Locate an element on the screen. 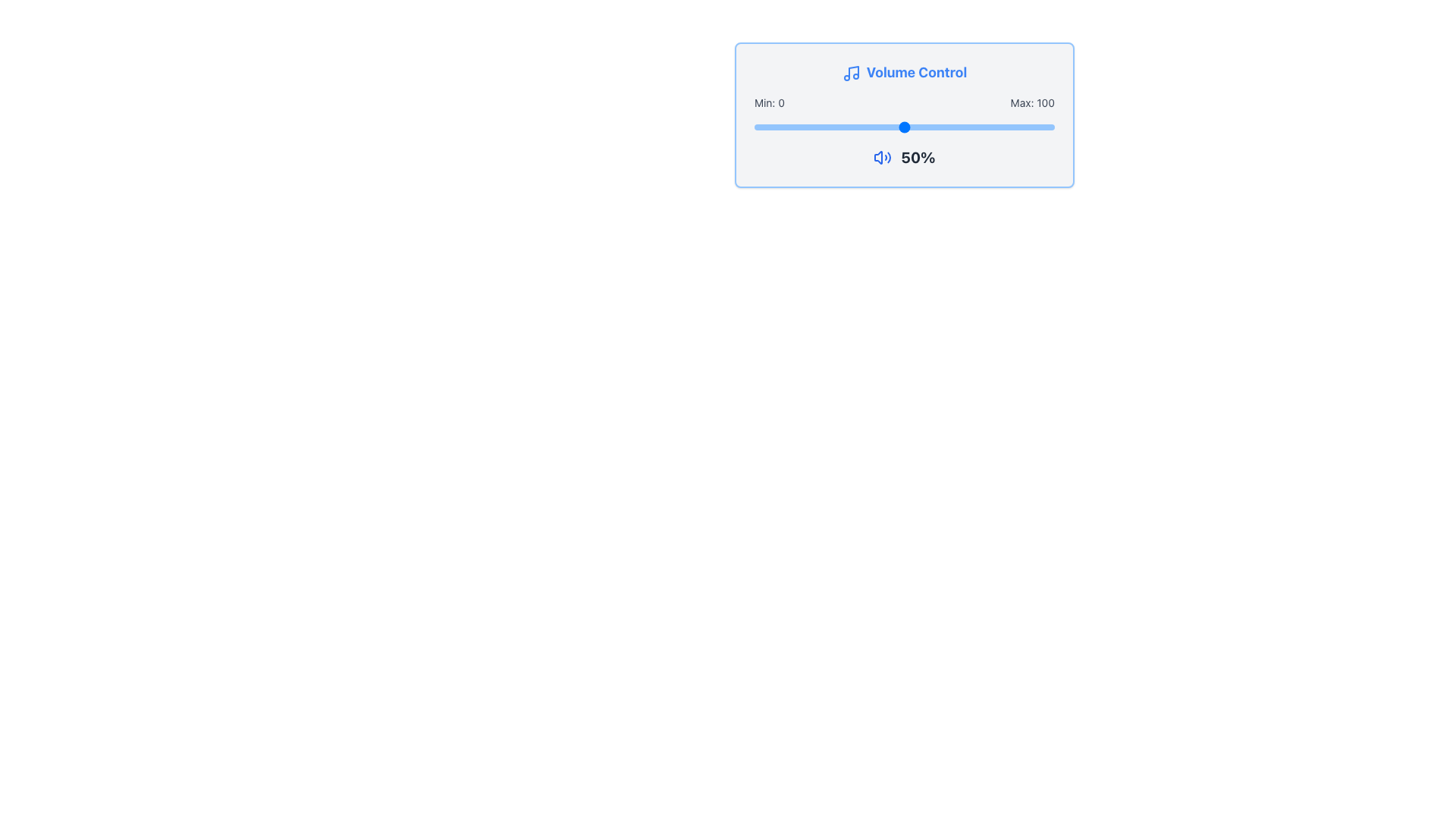 This screenshot has height=819, width=1456. the slider is located at coordinates (964, 127).